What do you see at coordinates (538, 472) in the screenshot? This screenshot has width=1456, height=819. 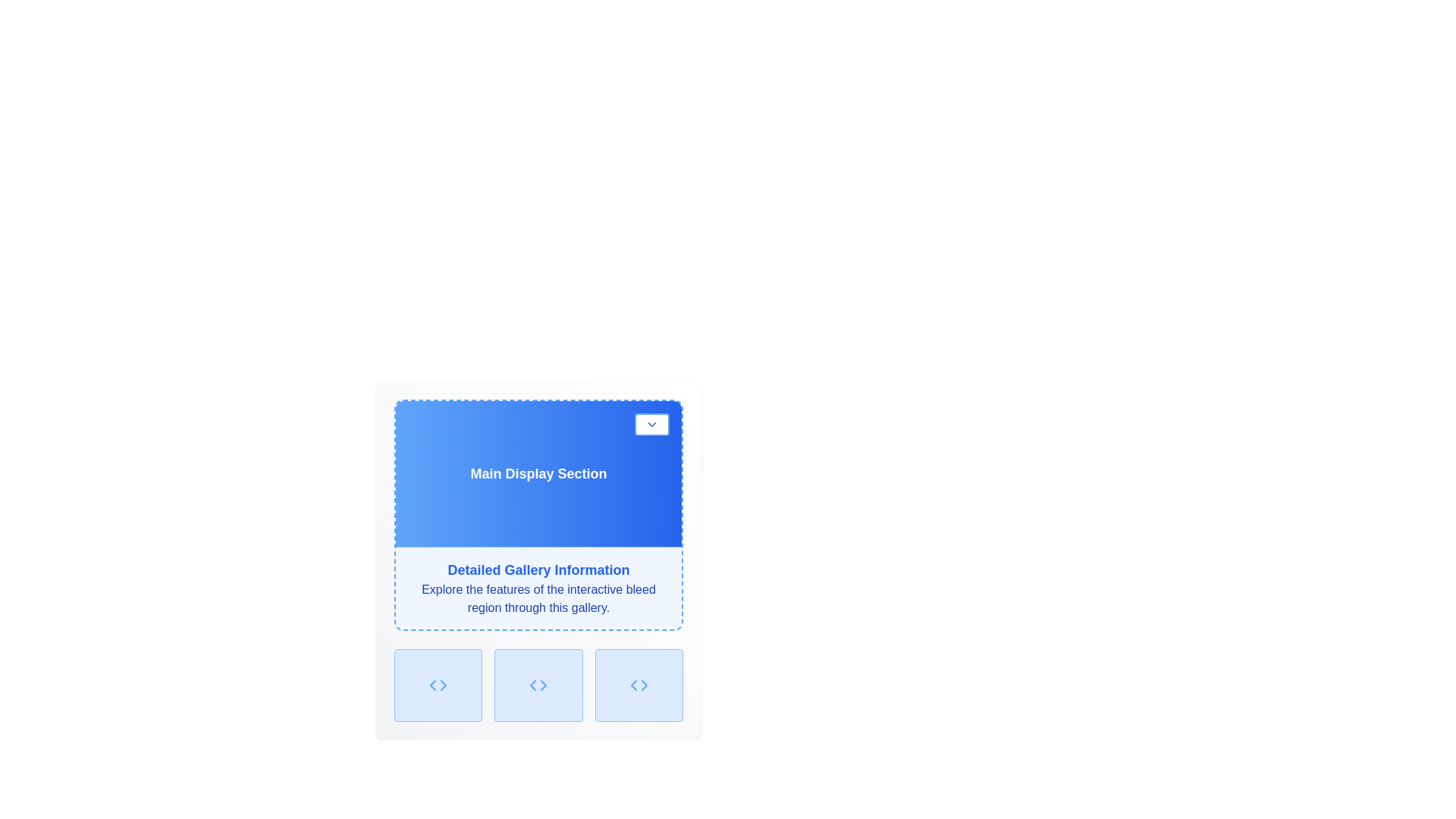 I see `the Display Section, which serves as a visual focus area displaying key information, located above the 'Detailed Gallery Information' section` at bounding box center [538, 472].